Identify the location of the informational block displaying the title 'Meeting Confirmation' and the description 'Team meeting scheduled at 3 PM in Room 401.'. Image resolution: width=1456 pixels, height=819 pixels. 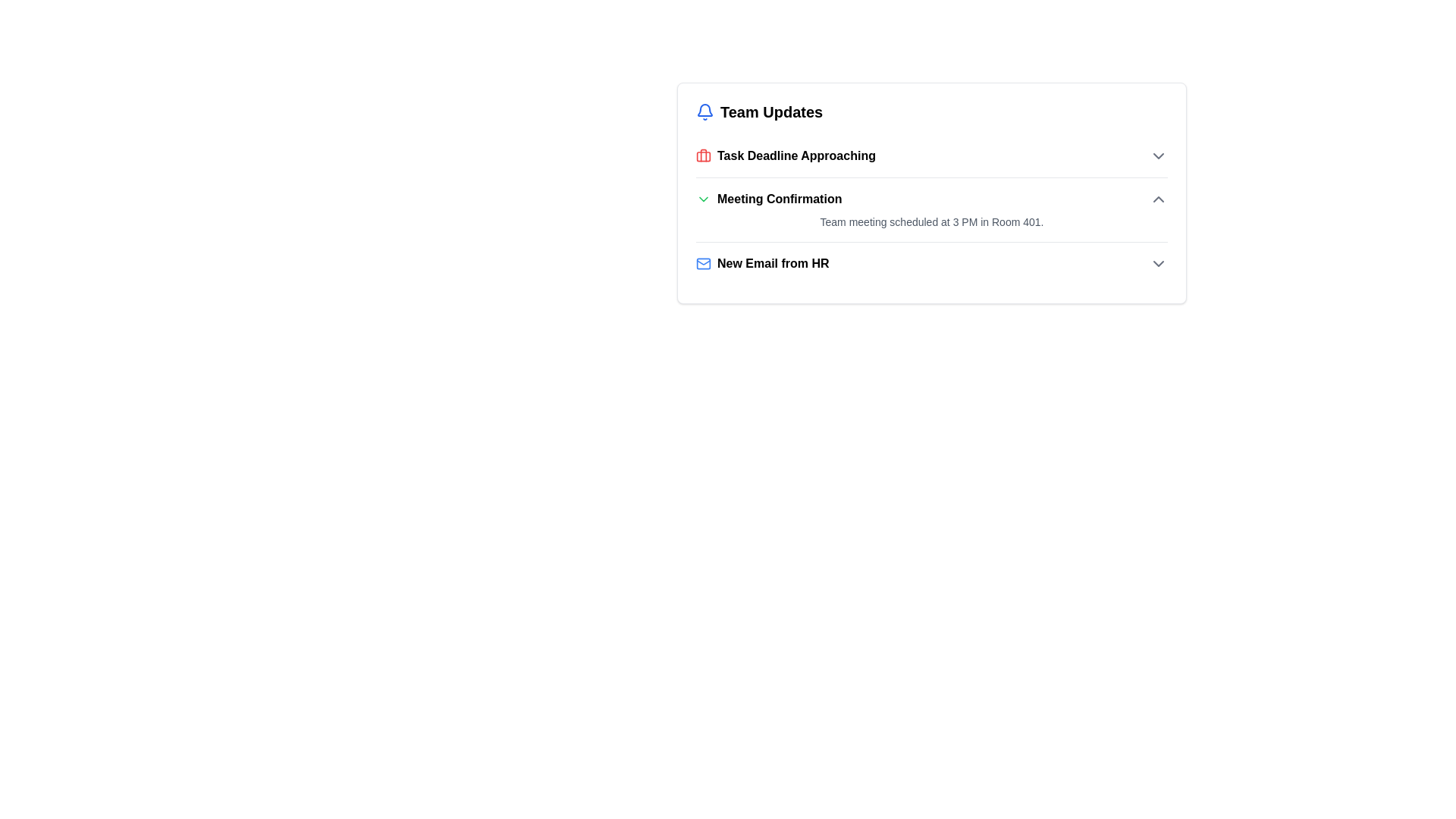
(930, 209).